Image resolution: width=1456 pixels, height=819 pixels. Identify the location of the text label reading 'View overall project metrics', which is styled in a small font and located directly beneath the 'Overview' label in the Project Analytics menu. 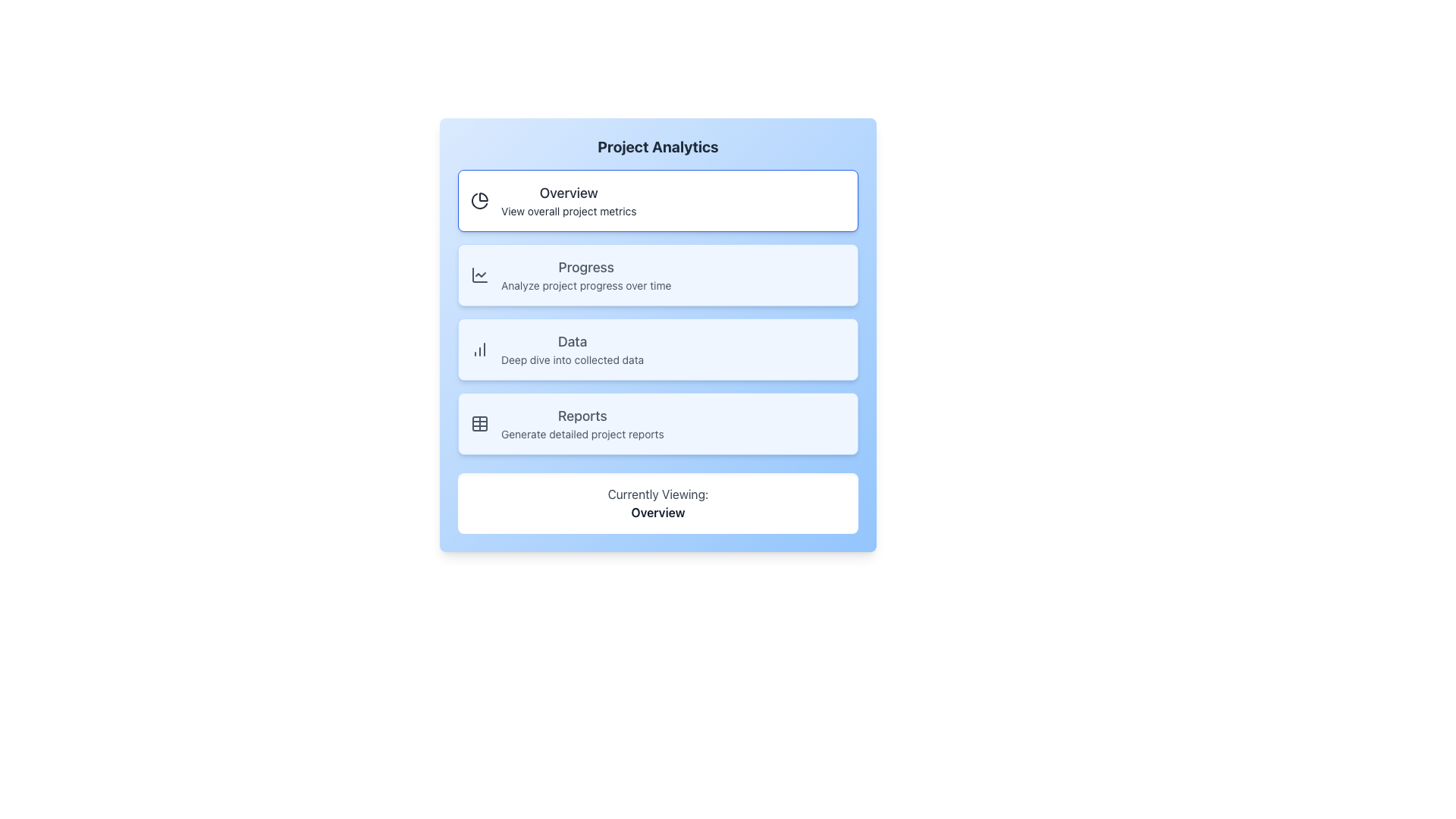
(568, 211).